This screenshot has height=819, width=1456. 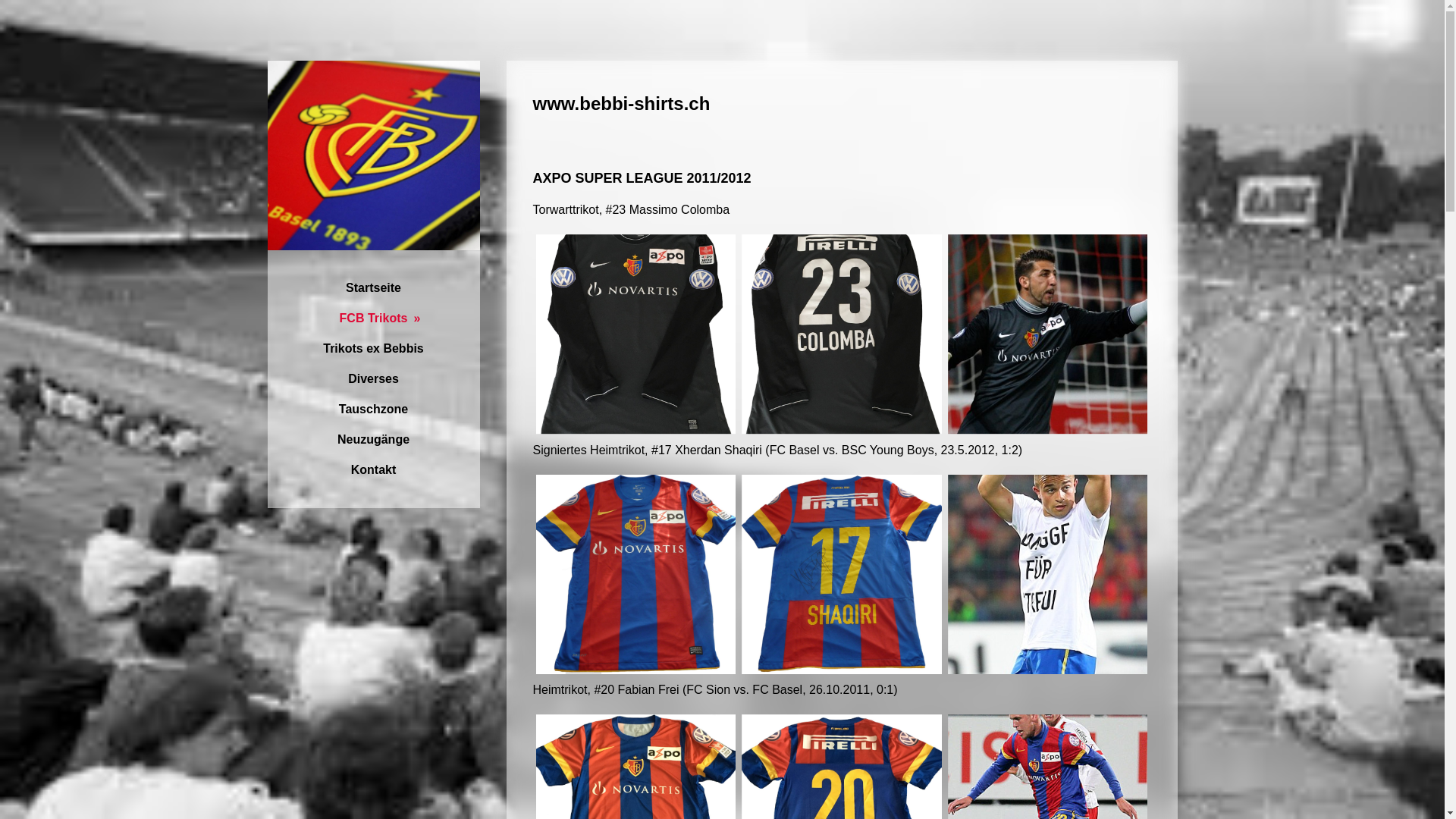 What do you see at coordinates (372, 318) in the screenshot?
I see `'FCB Trikots'` at bounding box center [372, 318].